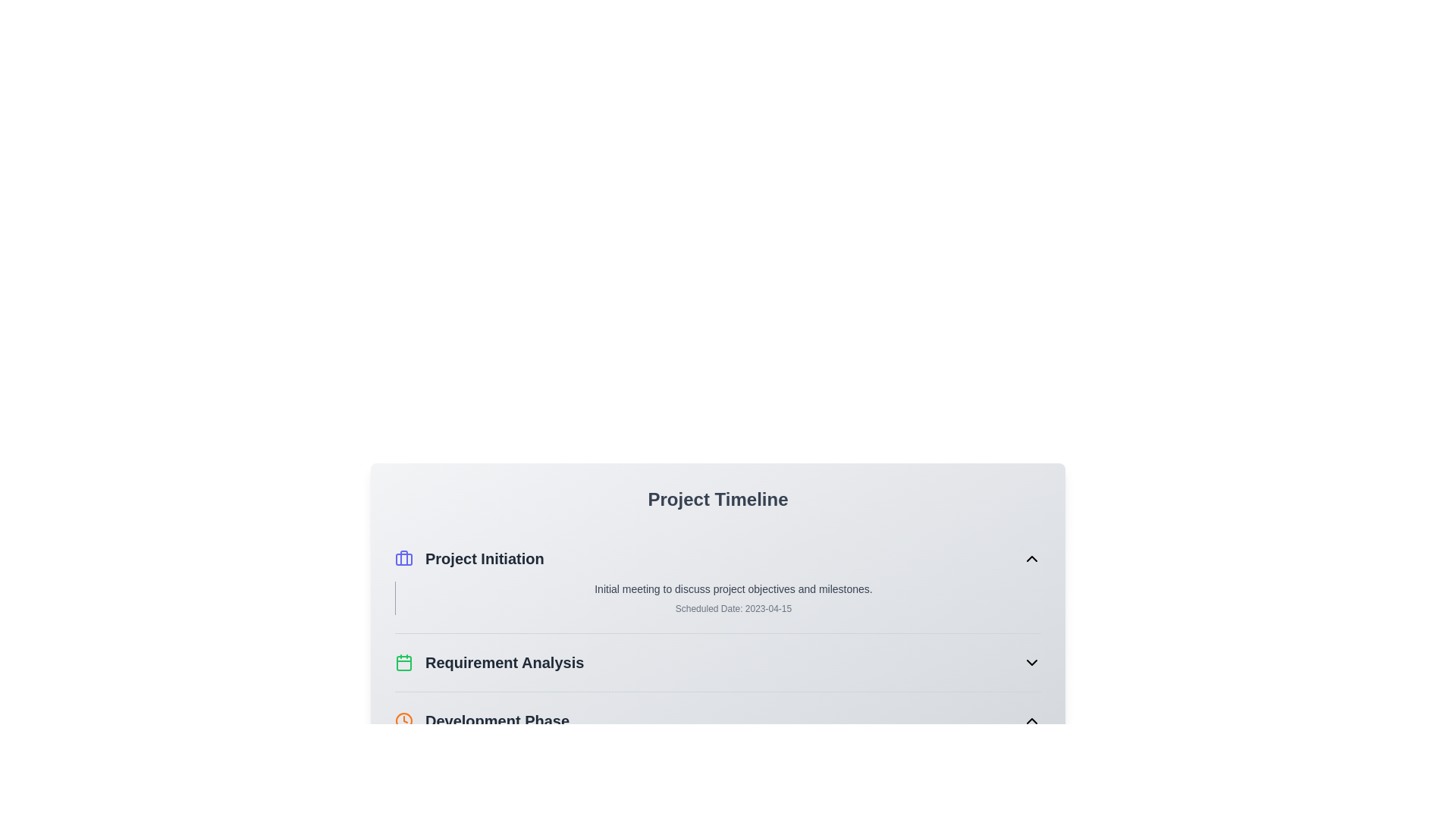 The width and height of the screenshot is (1456, 819). I want to click on the 'Project Initiation' text label, which is styled in bold dark gray and positioned next to a blue briefcase icon, located in the top-left section of the 'Project Timeline' interface, so click(484, 558).